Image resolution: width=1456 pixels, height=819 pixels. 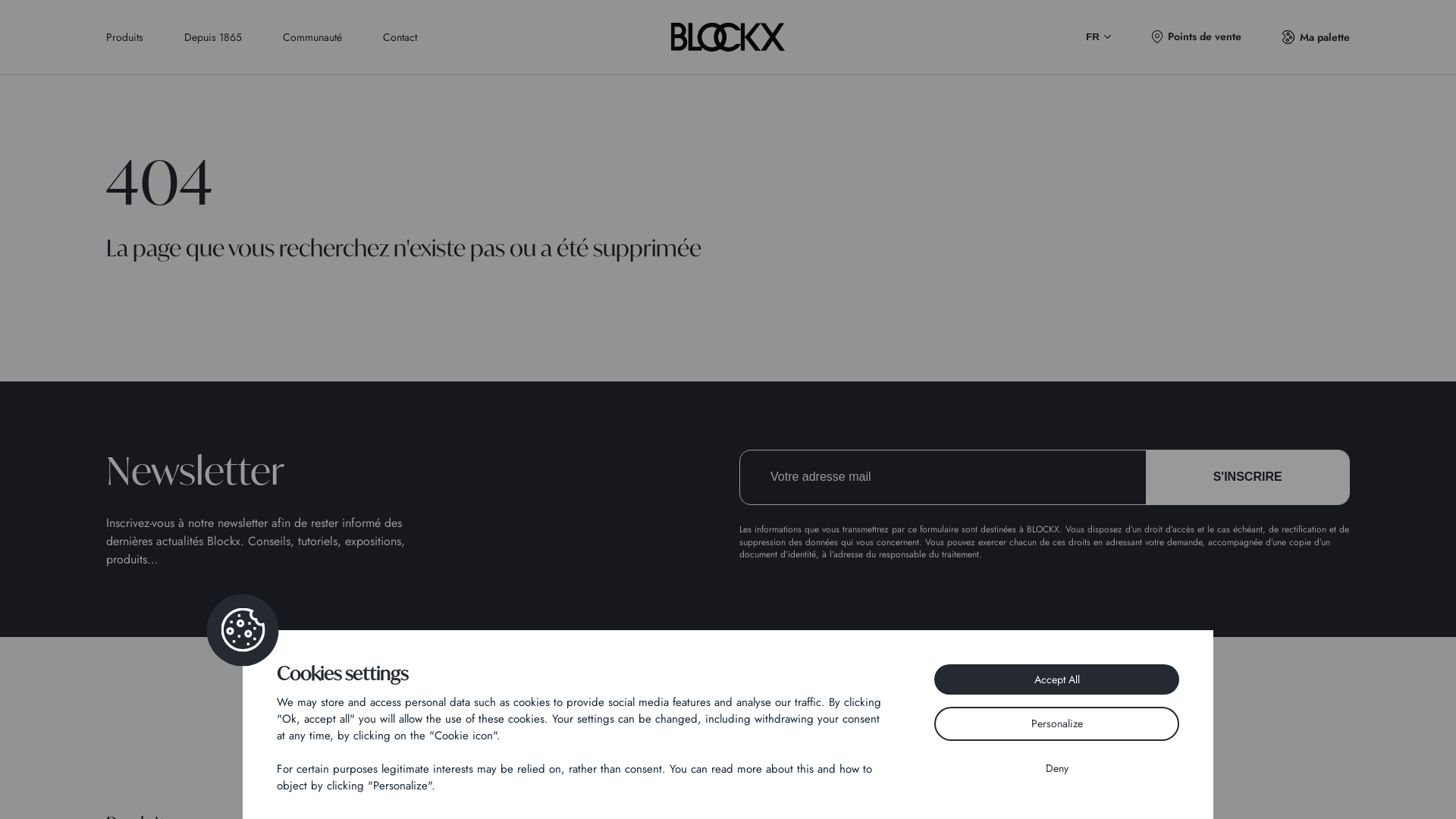 What do you see at coordinates (1056, 723) in the screenshot?
I see `'Personalize'` at bounding box center [1056, 723].